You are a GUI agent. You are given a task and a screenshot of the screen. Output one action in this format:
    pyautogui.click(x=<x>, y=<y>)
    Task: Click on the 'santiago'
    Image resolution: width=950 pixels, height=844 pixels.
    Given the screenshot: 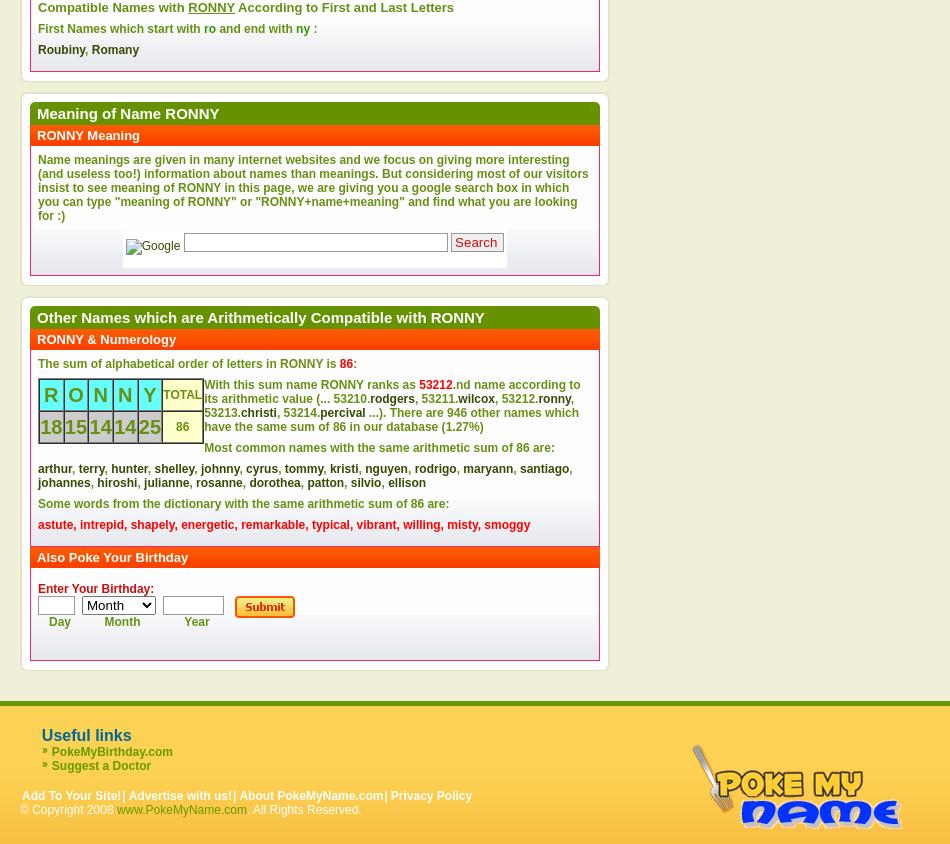 What is the action you would take?
    pyautogui.click(x=544, y=468)
    